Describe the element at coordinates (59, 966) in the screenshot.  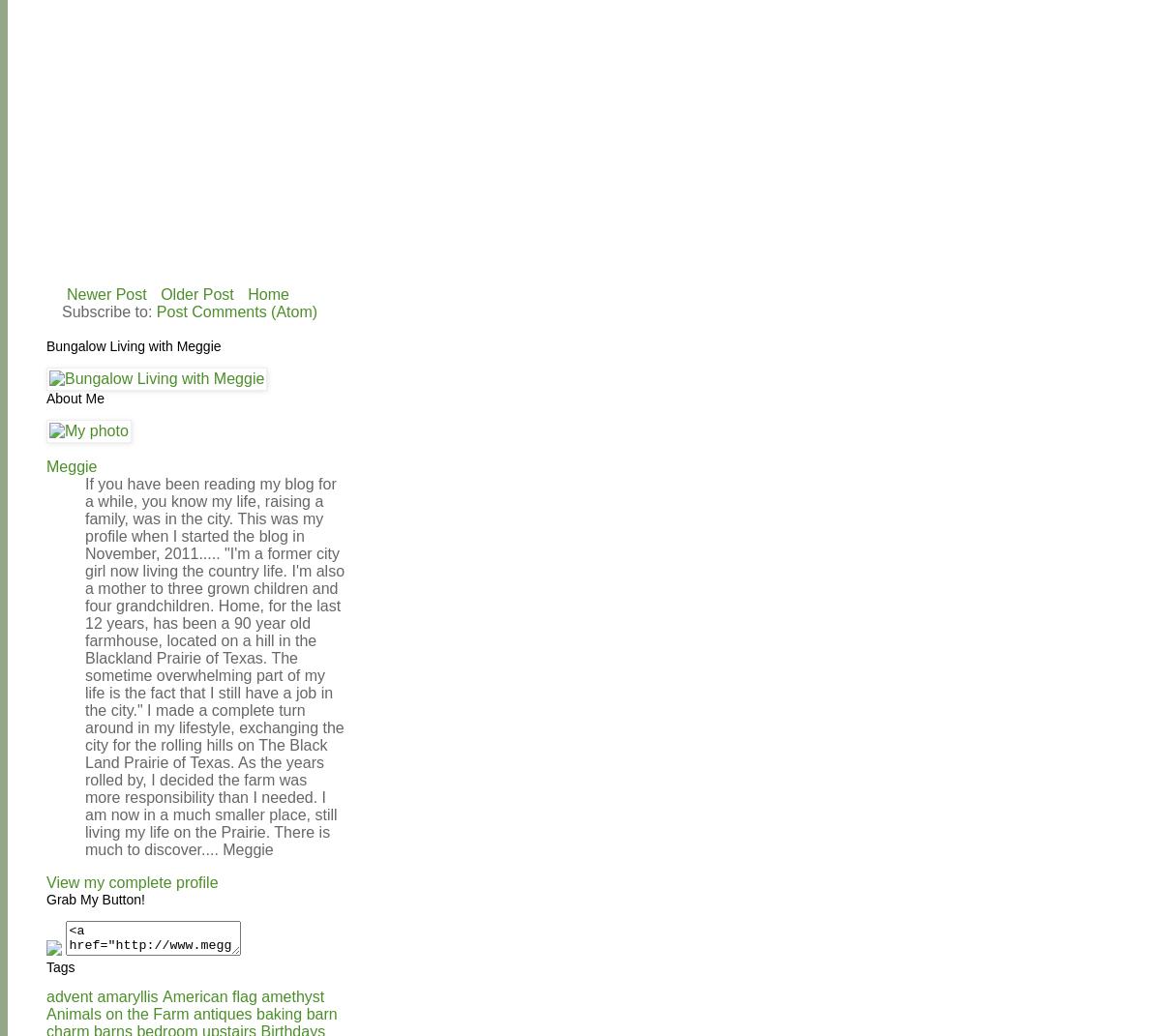
I see `'Tags'` at that location.